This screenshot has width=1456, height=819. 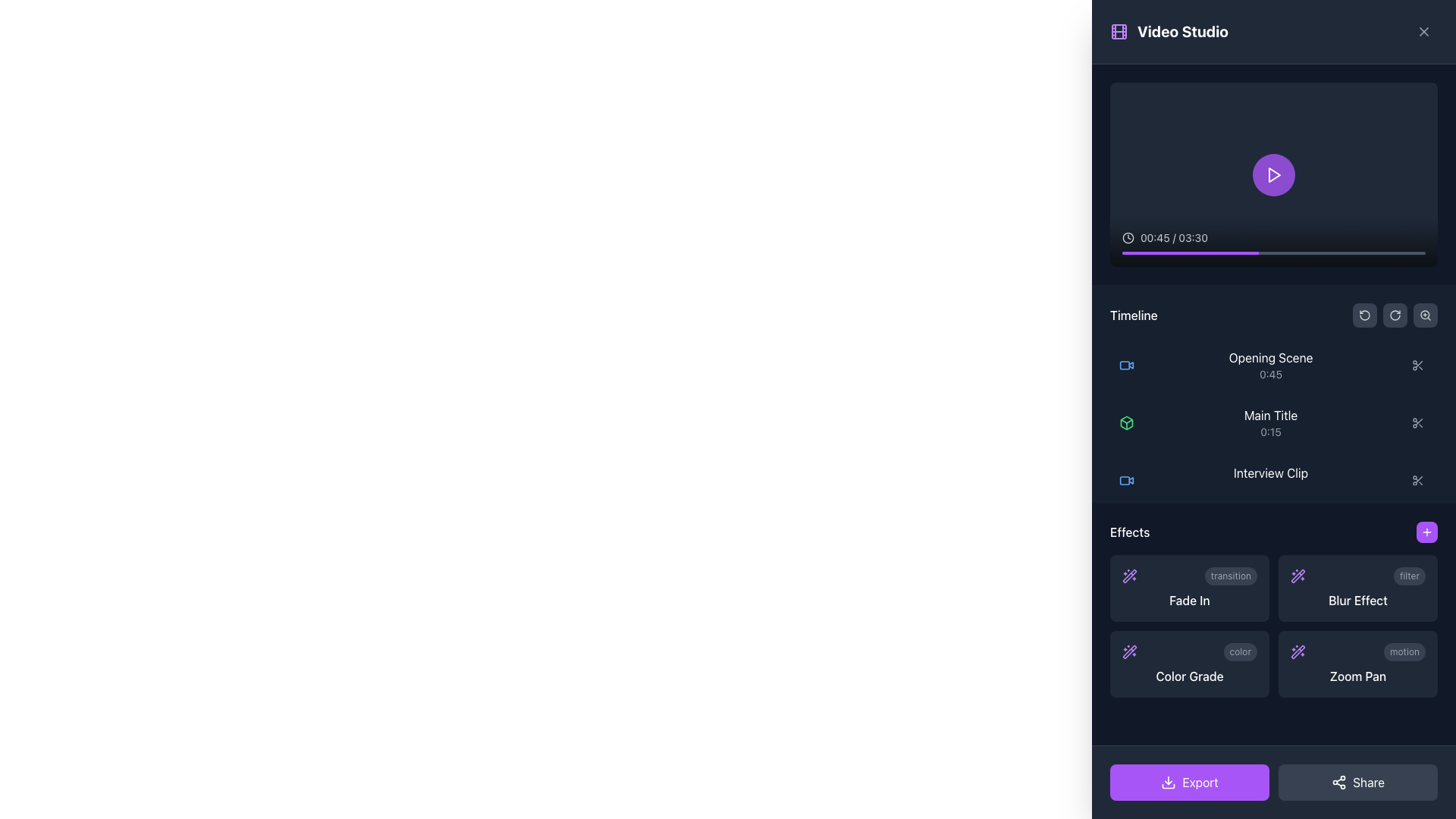 I want to click on the 'Interview Clip' label which is the third item in the timeline list of the video editing interface, so click(x=1270, y=480).